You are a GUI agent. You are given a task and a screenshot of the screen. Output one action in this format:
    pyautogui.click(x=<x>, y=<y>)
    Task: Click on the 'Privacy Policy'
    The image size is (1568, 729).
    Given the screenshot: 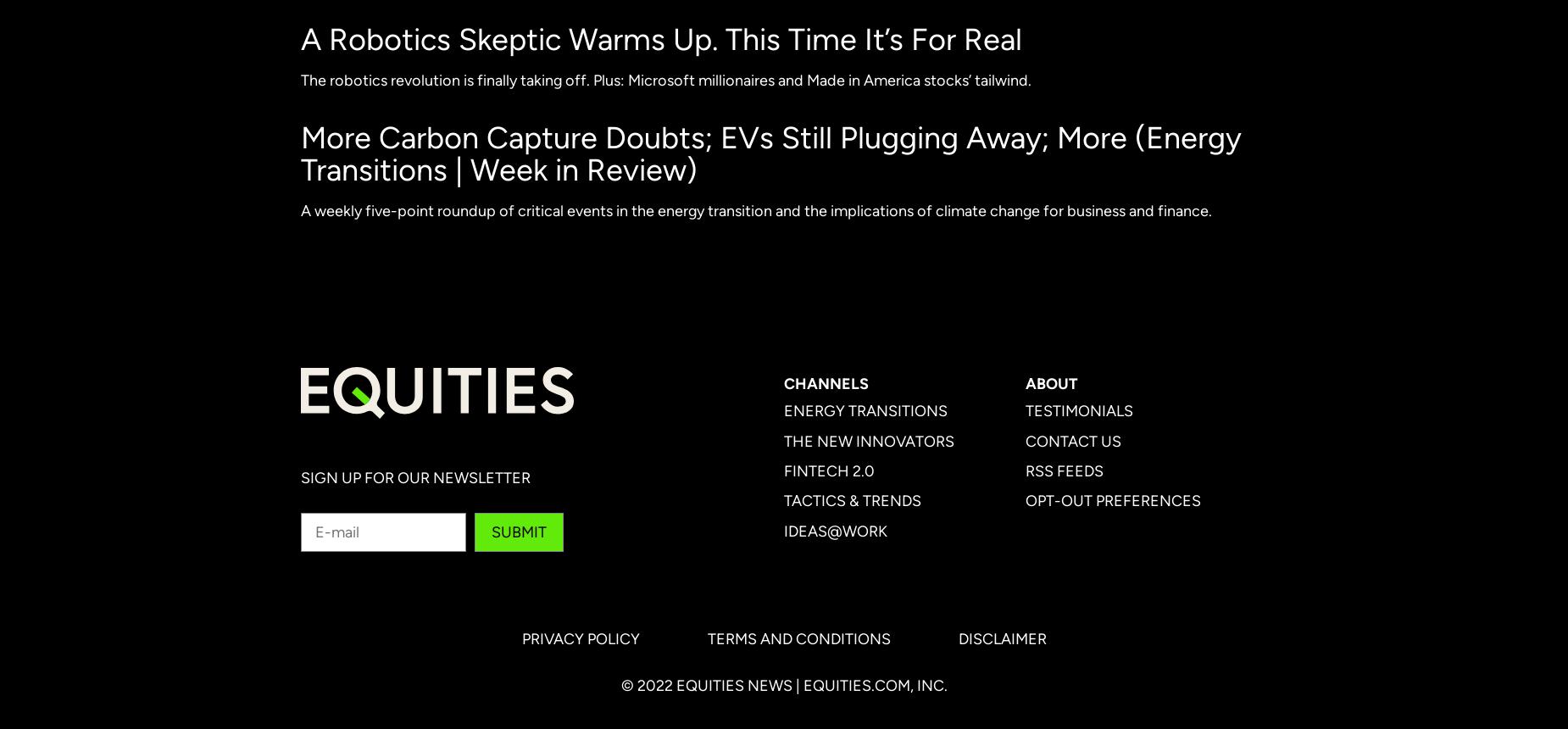 What is the action you would take?
    pyautogui.click(x=580, y=638)
    